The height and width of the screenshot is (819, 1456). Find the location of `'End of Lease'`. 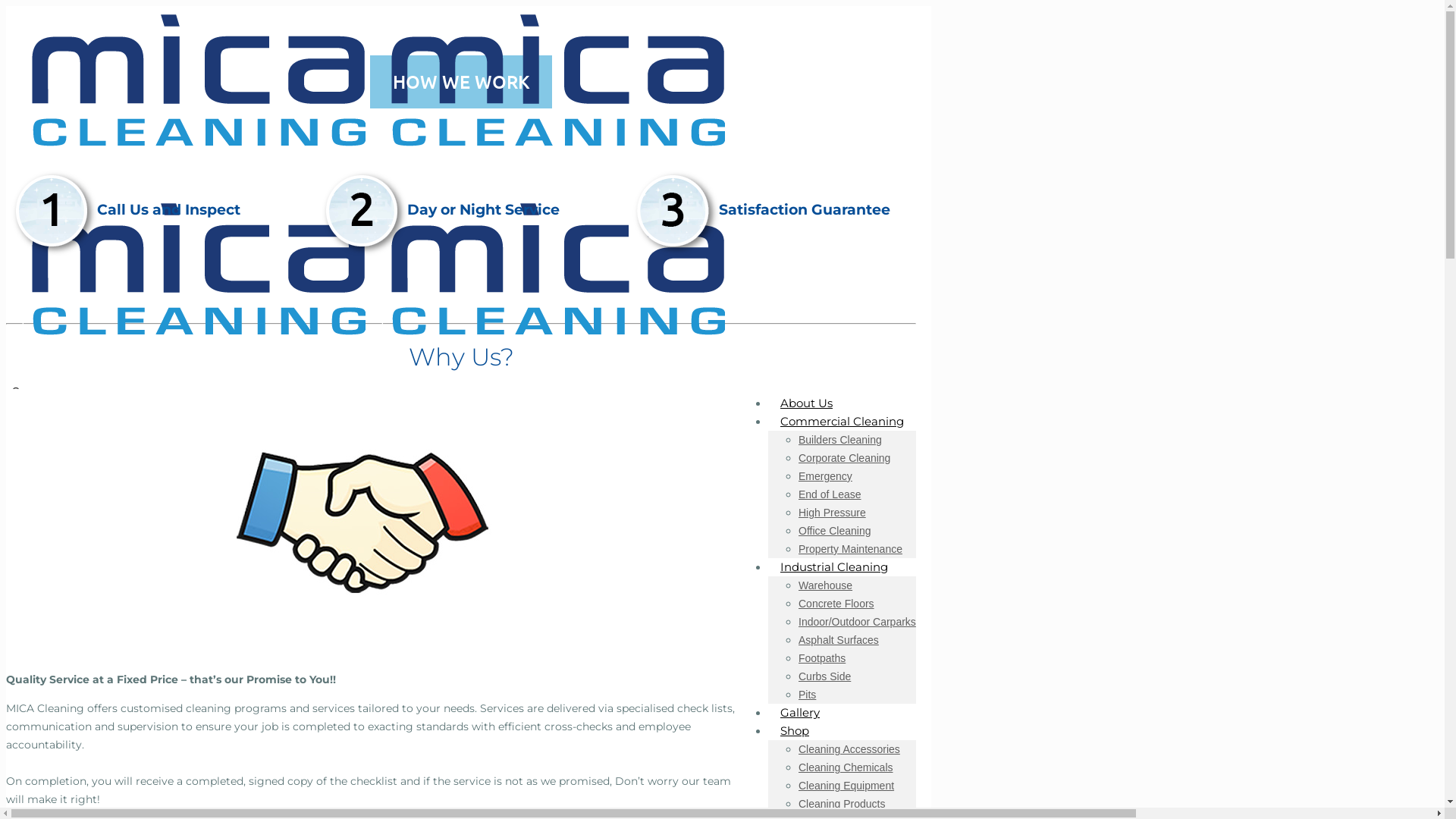

'End of Lease' is located at coordinates (829, 494).